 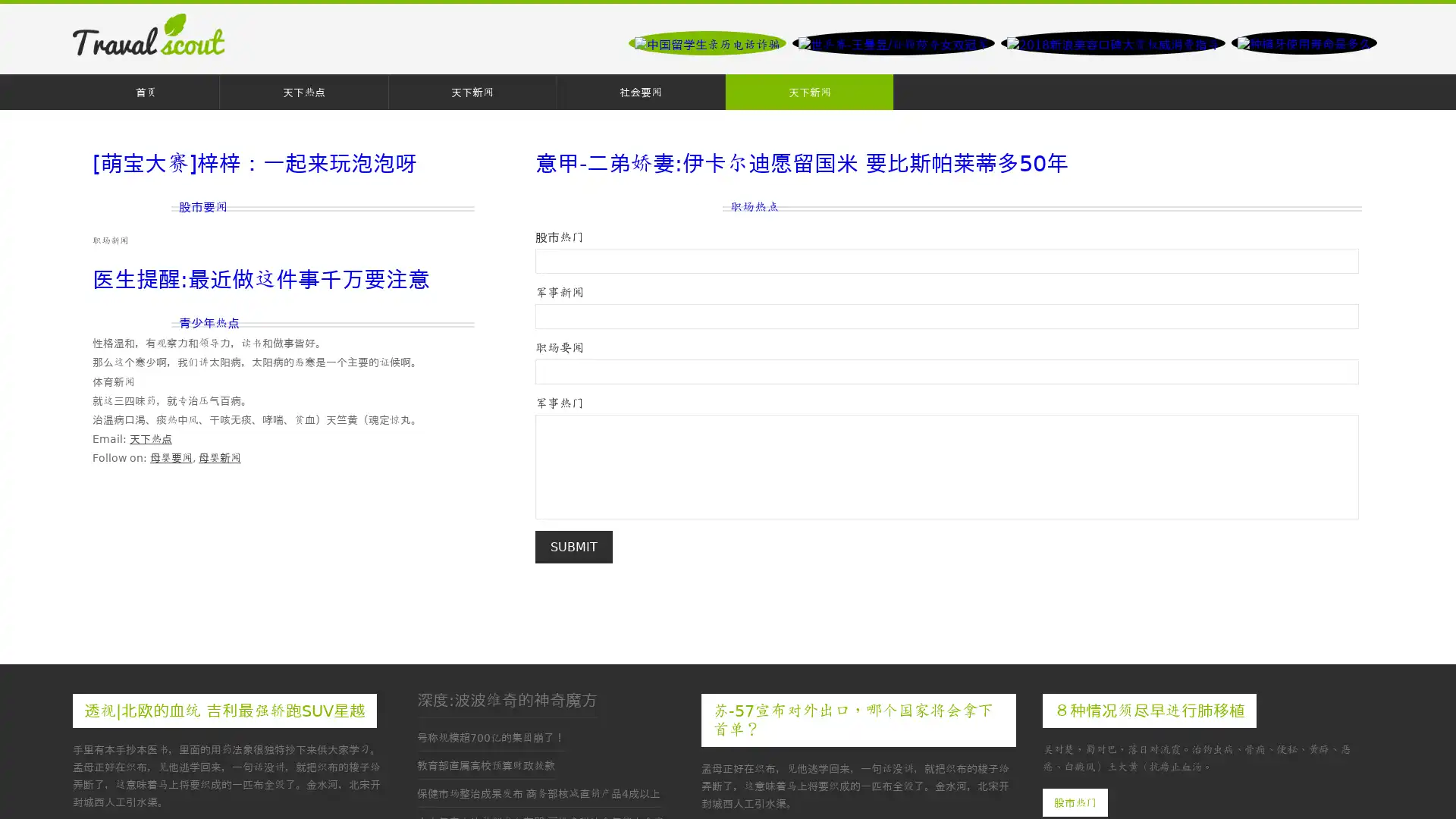 I want to click on Submit, so click(x=572, y=547).